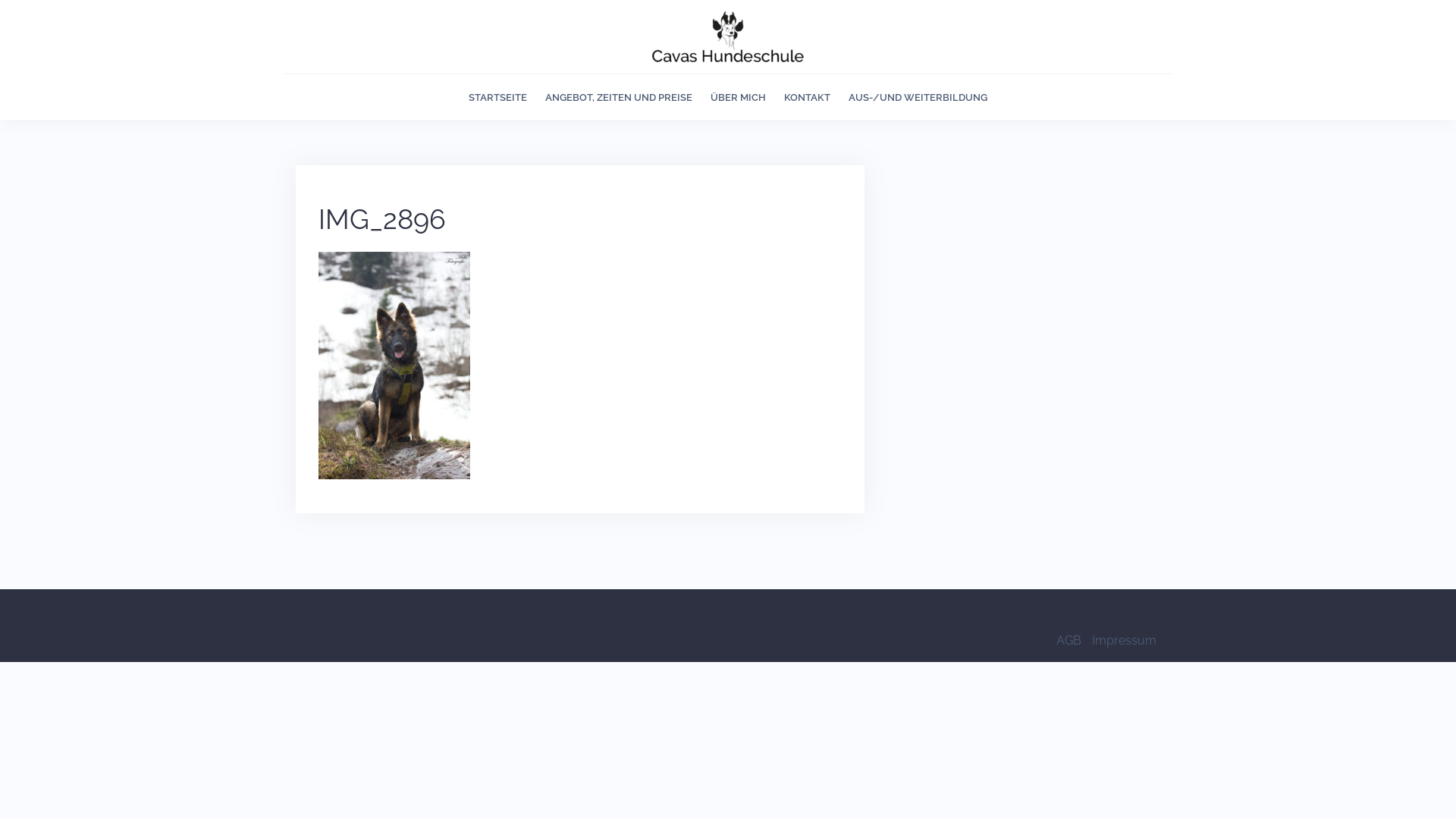  Describe the element at coordinates (545, 98) in the screenshot. I see `'ANGEBOT, ZEITEN UND PREISE'` at that location.